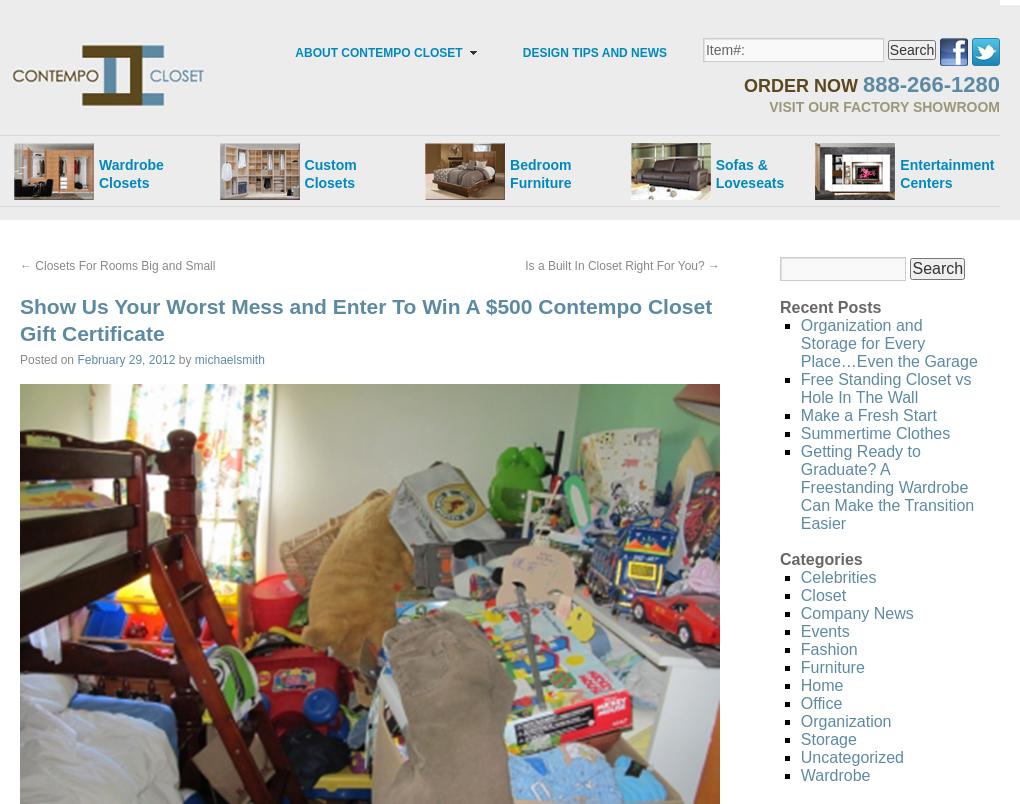  I want to click on 'by', so click(183, 357).